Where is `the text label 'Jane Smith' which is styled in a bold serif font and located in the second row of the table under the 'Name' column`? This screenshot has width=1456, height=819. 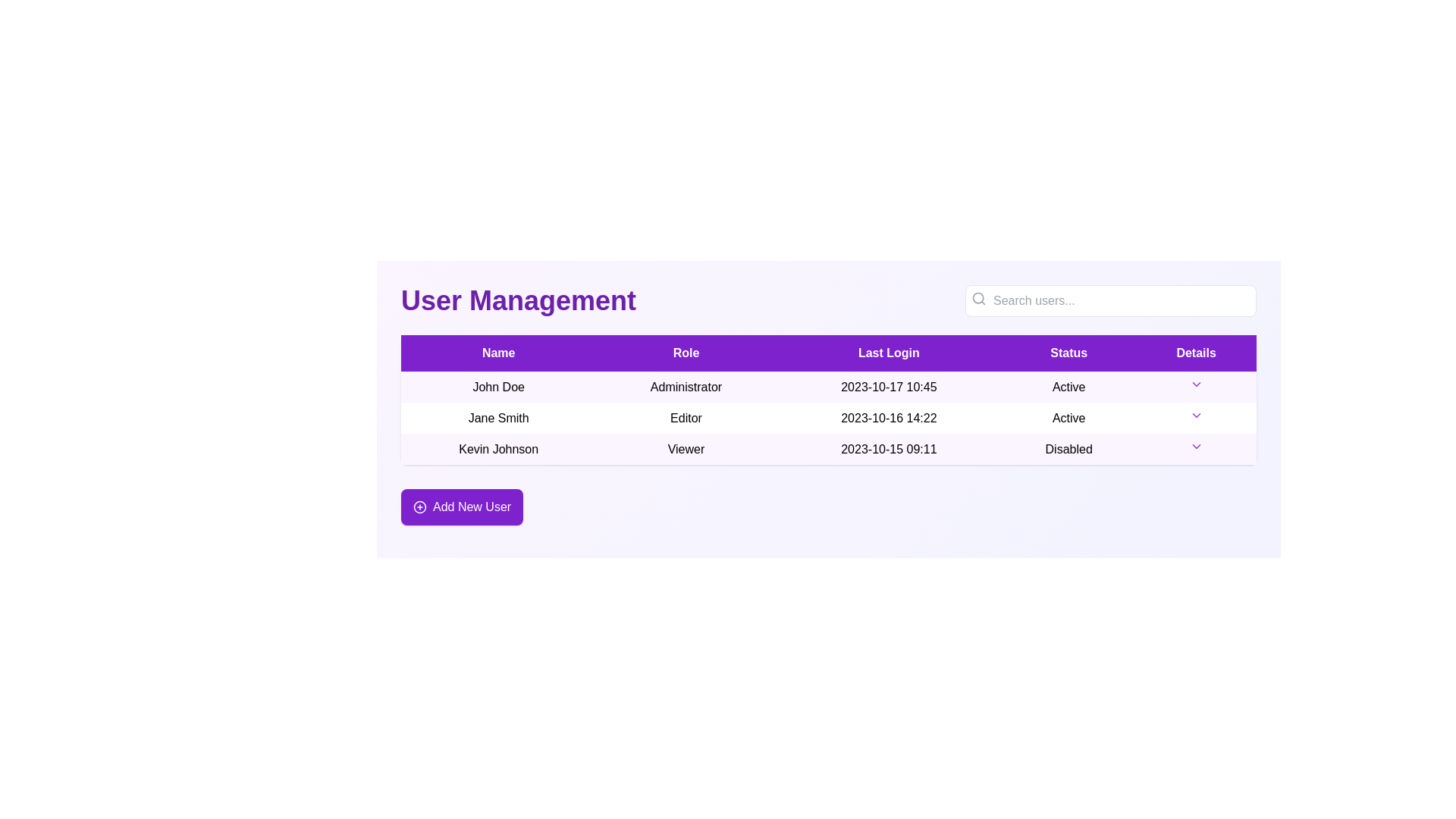
the text label 'Jane Smith' which is styled in a bold serif font and located in the second row of the table under the 'Name' column is located at coordinates (498, 418).